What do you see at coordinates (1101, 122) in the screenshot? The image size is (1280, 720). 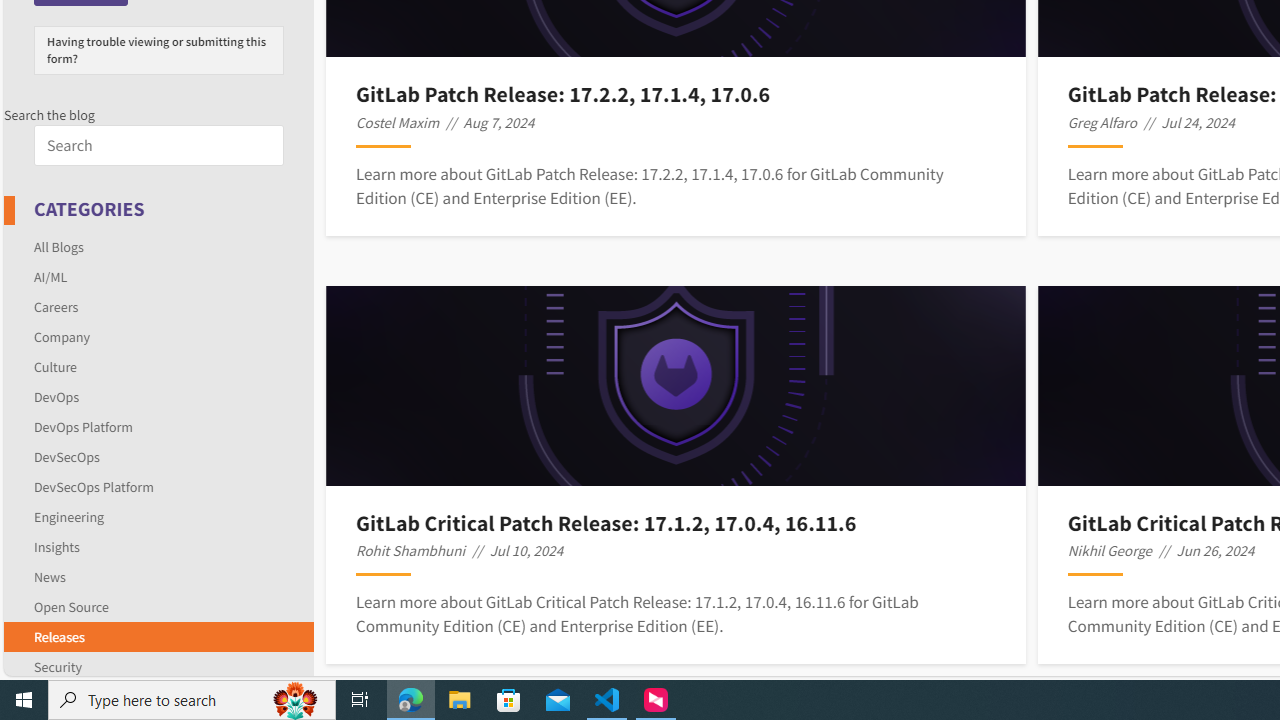 I see `'Greg Alfaro'` at bounding box center [1101, 122].